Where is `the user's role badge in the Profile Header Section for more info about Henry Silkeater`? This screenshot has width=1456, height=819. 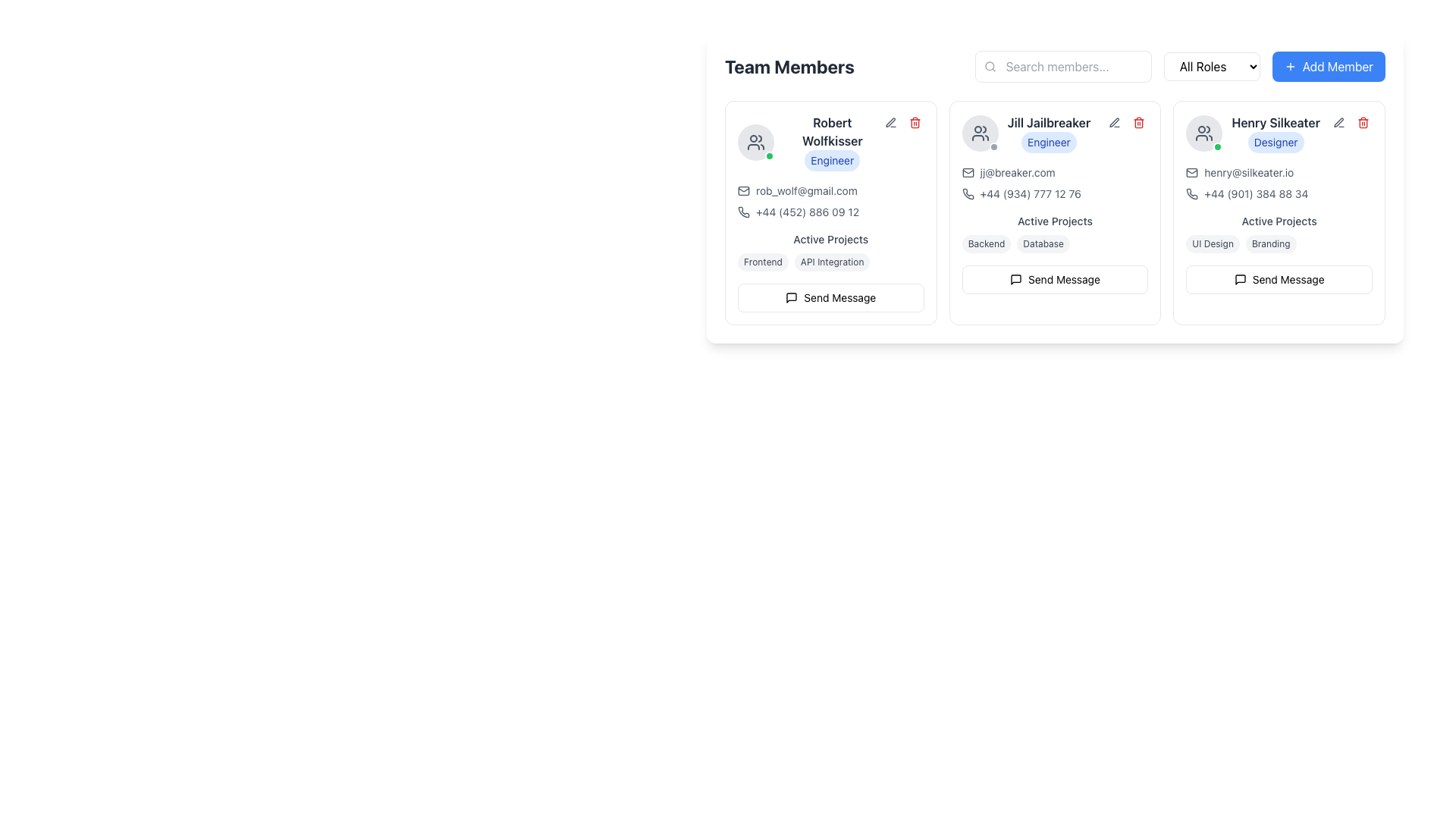 the user's role badge in the Profile Header Section for more info about Henry Silkeater is located at coordinates (1279, 133).